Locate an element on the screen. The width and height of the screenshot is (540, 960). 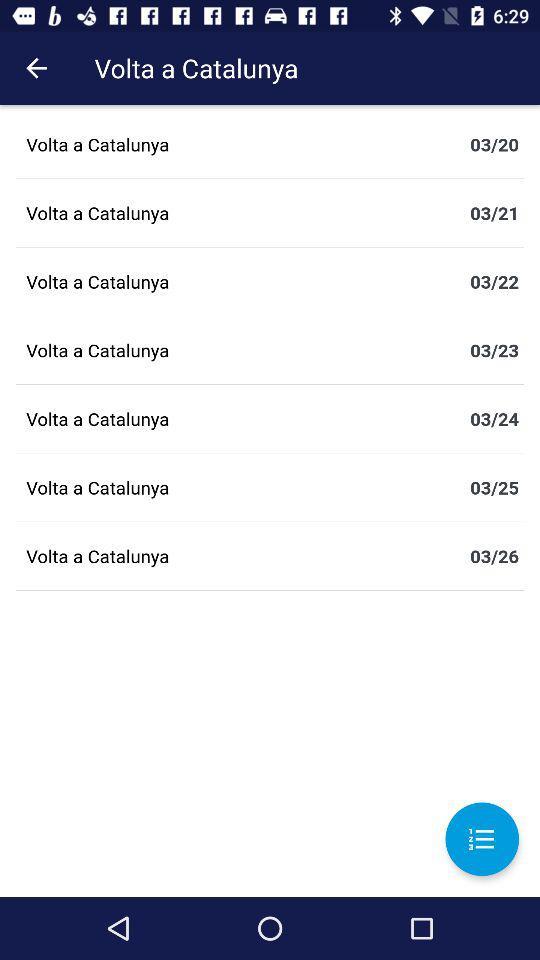
the item above the volta a catalunya icon is located at coordinates (36, 68).